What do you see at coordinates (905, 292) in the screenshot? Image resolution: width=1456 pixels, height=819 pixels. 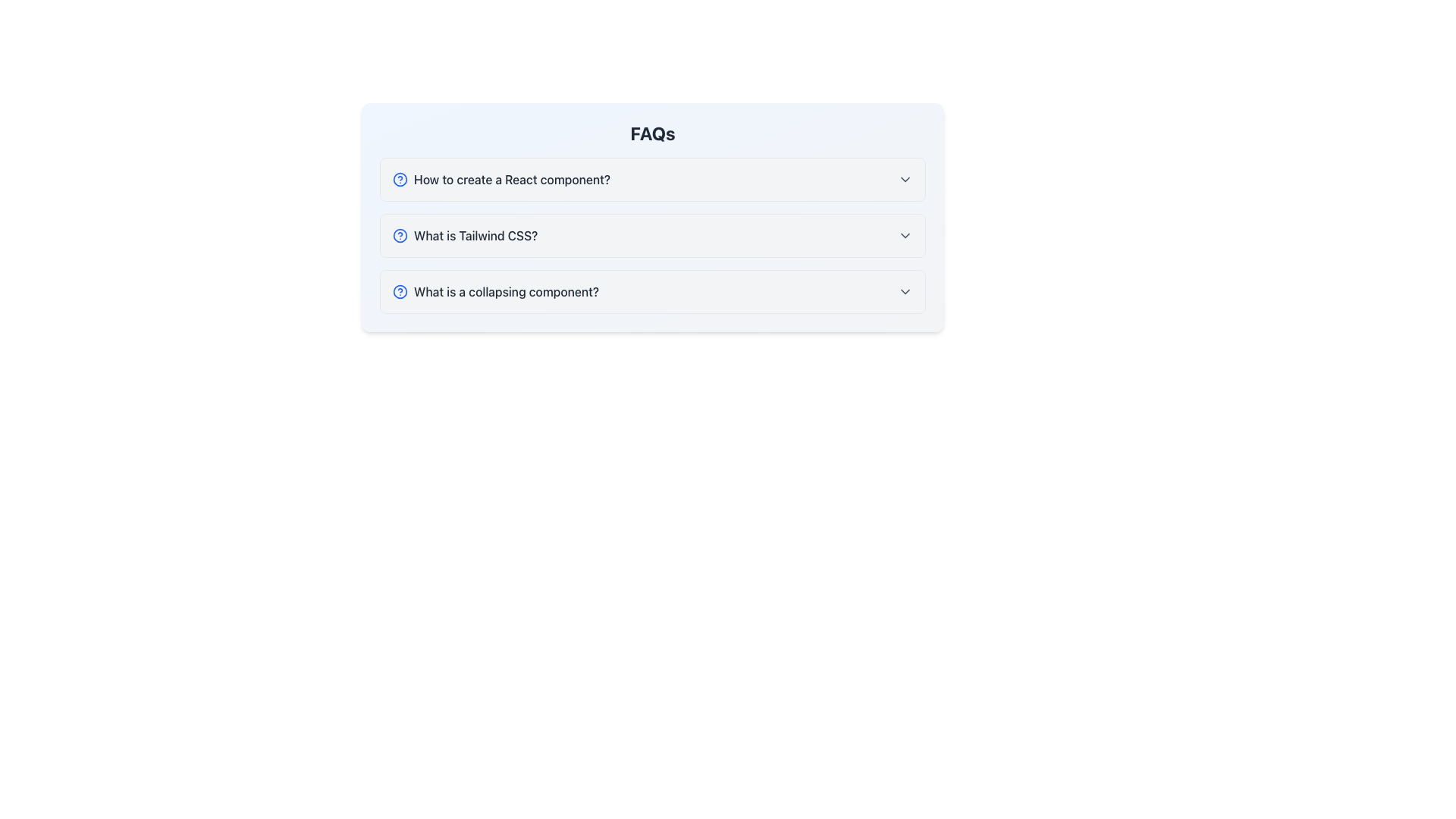 I see `the SVG Icon located to the right of the text 'What is a collapsing component?'` at bounding box center [905, 292].